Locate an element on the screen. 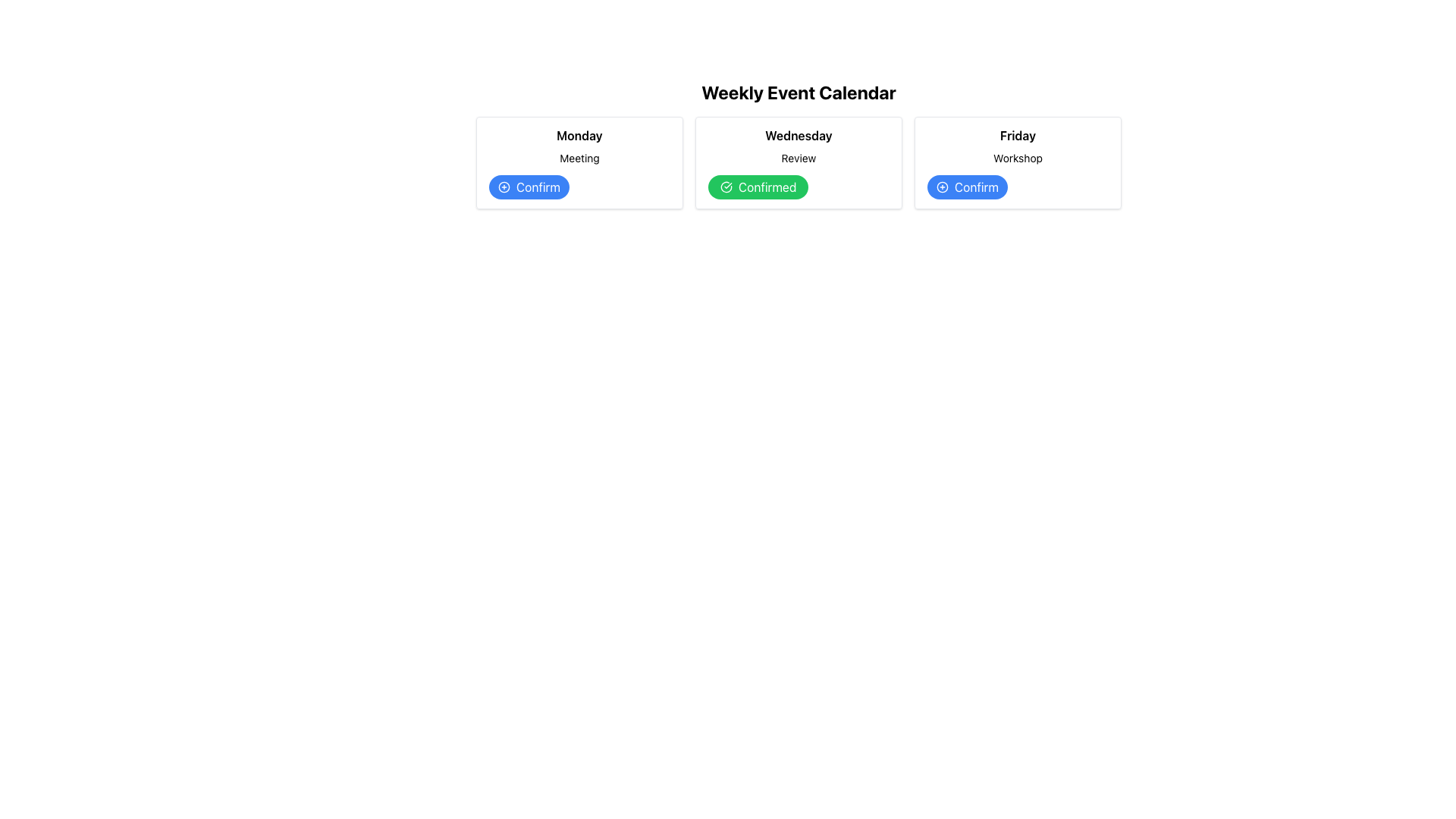 The width and height of the screenshot is (1456, 819). the button labeled 'Confirm' under 'Monday', which contains the SVG circle element, for interaction is located at coordinates (504, 186).